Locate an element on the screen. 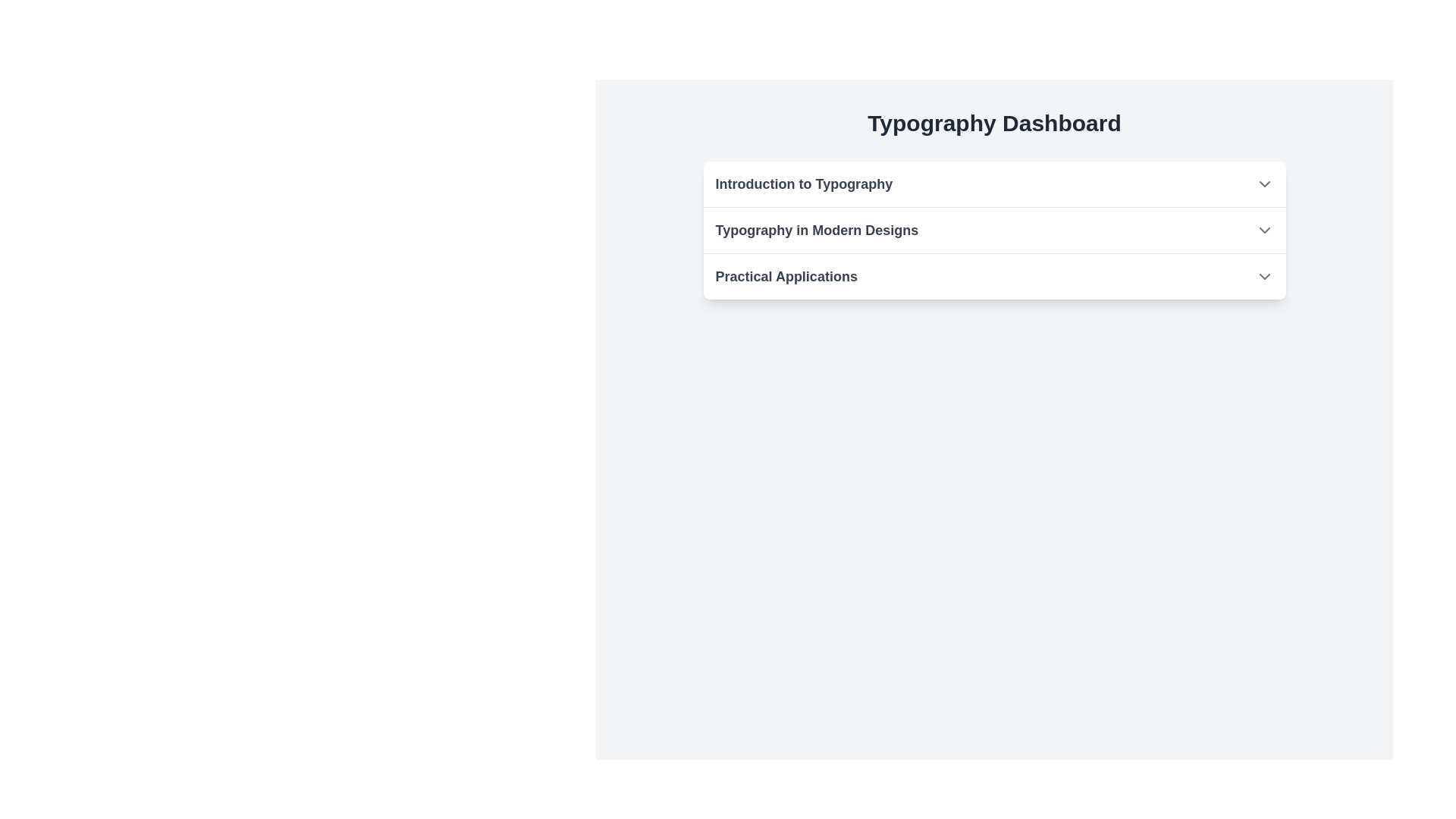 This screenshot has width=1456, height=819. the clickable list item displaying 'Typography in Modern Designs', which is the second item in a vertical list structure is located at coordinates (994, 231).